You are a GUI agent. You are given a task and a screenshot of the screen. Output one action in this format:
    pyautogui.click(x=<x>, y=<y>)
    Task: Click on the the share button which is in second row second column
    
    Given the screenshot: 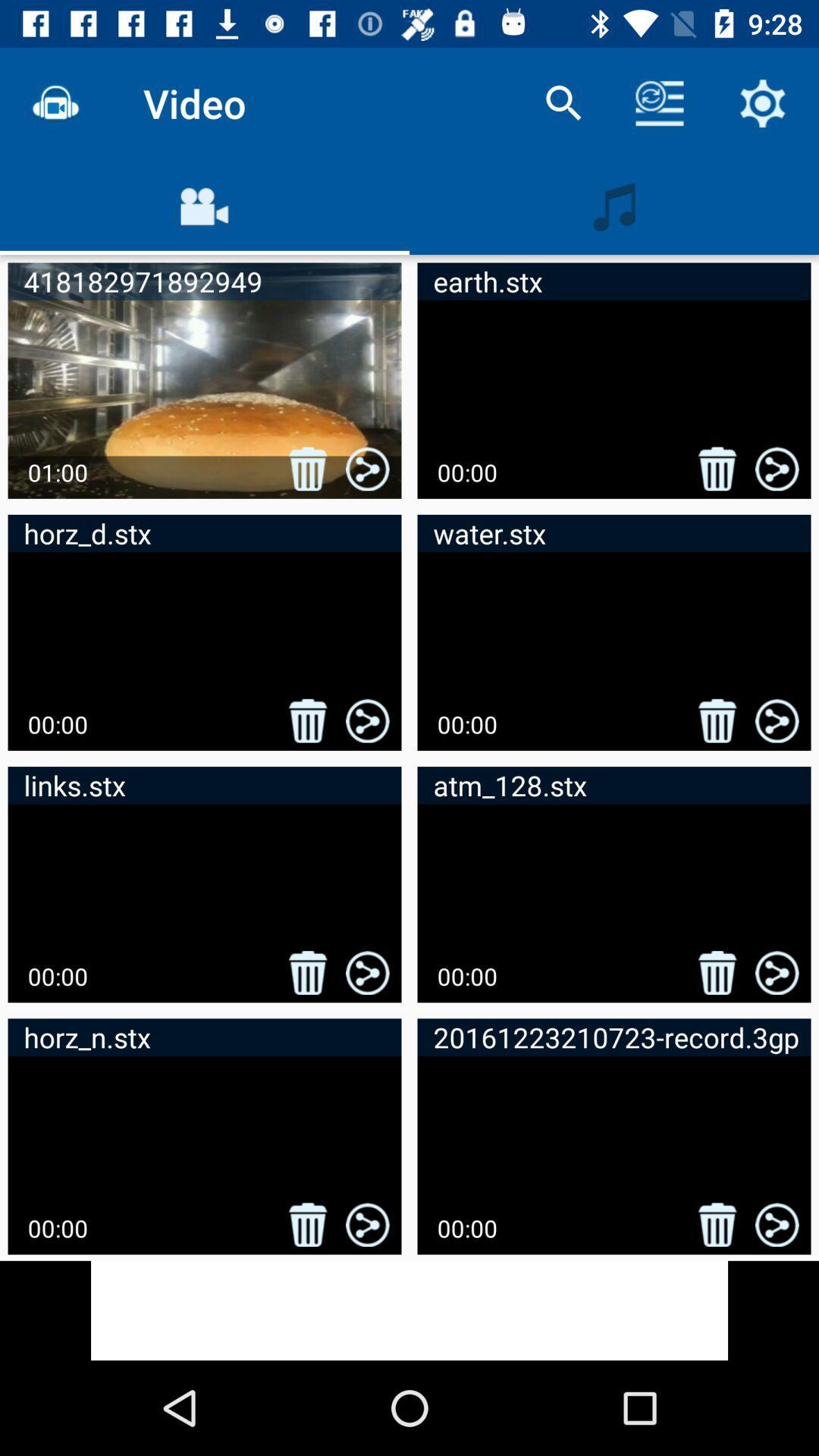 What is the action you would take?
    pyautogui.click(x=777, y=720)
    